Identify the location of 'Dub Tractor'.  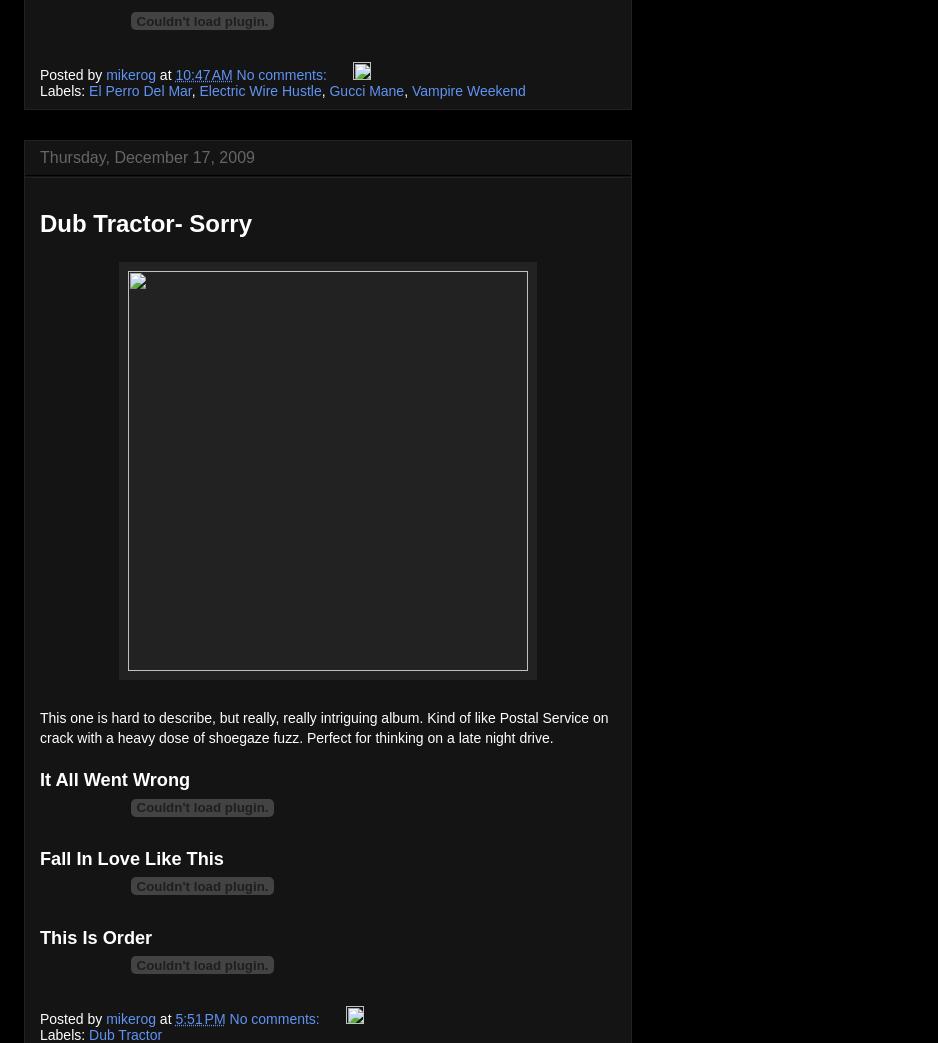
(124, 1034).